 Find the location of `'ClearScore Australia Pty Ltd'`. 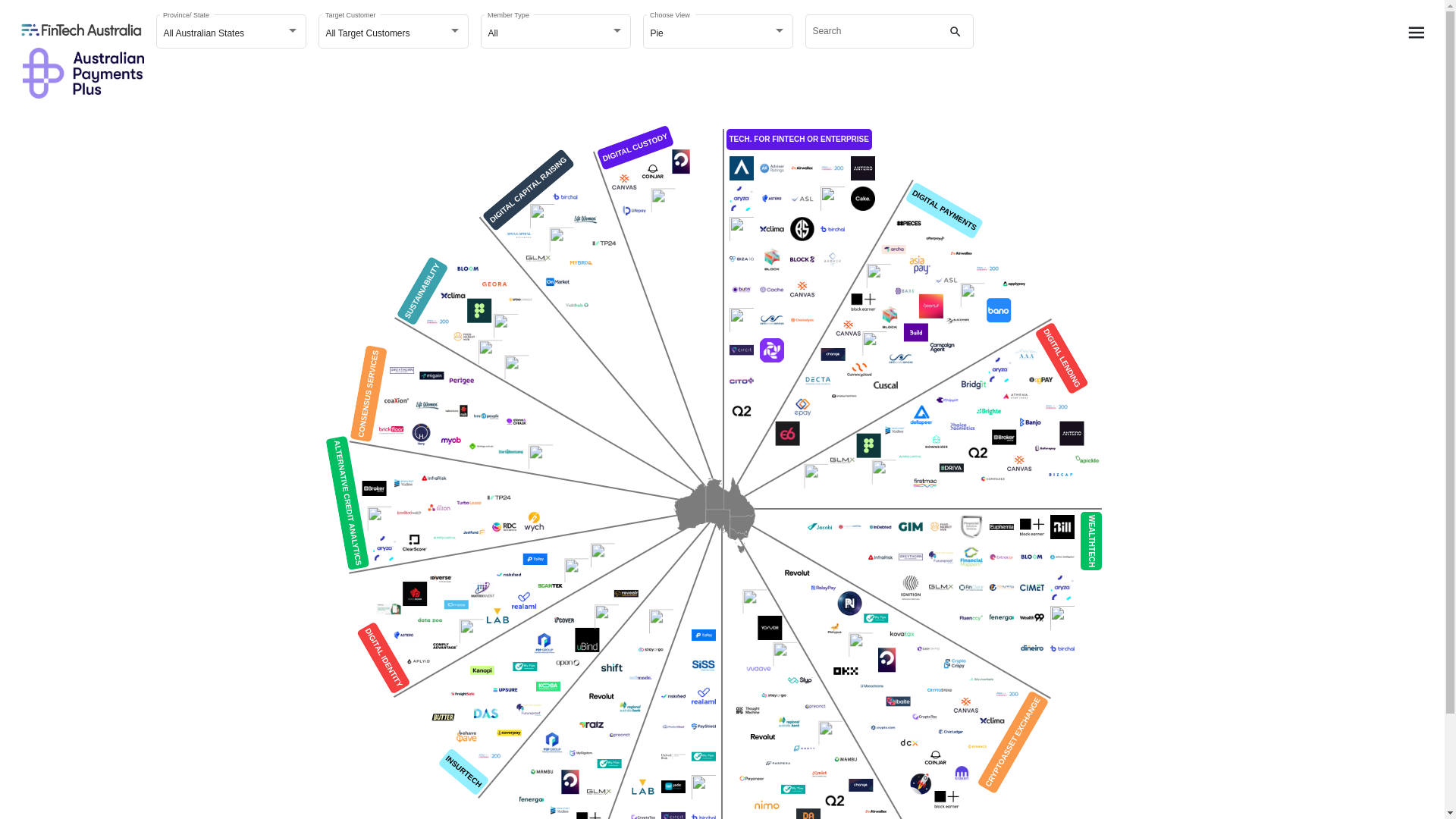

'ClearScore Australia Pty Ltd' is located at coordinates (414, 542).